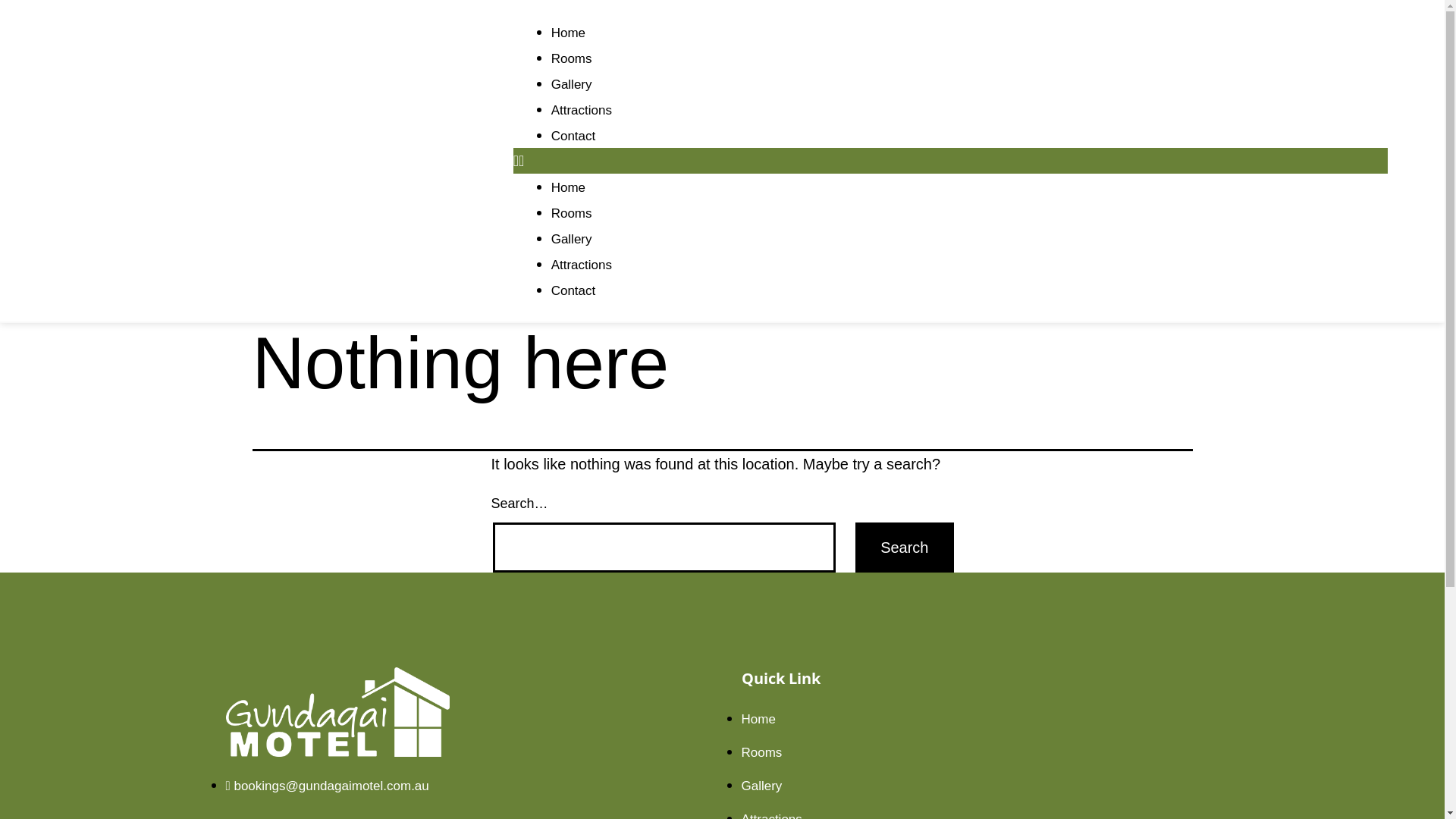 This screenshot has width=1456, height=819. Describe the element at coordinates (581, 109) in the screenshot. I see `'Attractions'` at that location.